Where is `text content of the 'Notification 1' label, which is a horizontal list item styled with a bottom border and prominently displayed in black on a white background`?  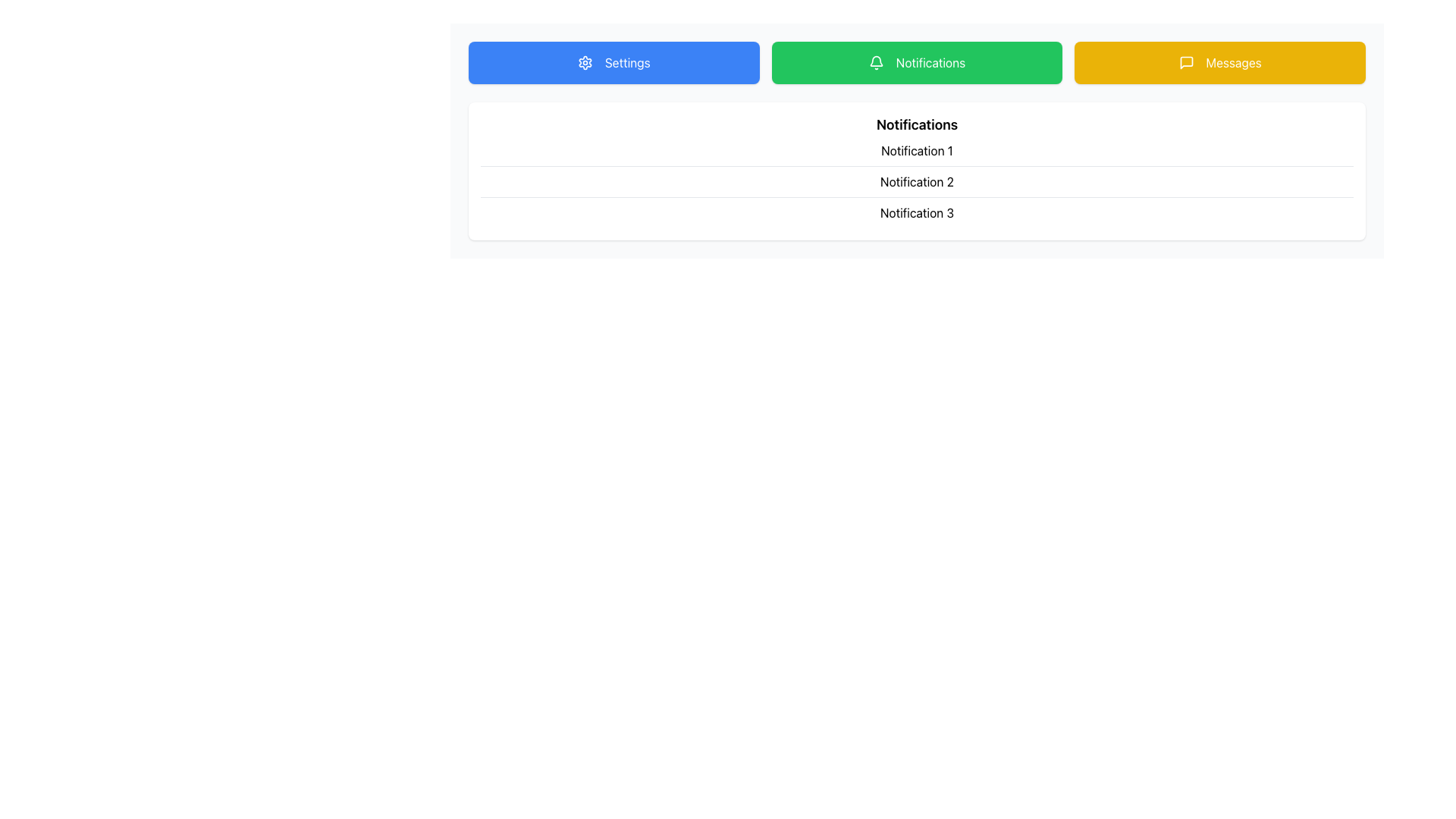 text content of the 'Notification 1' label, which is a horizontal list item styled with a bottom border and prominently displayed in black on a white background is located at coordinates (916, 151).